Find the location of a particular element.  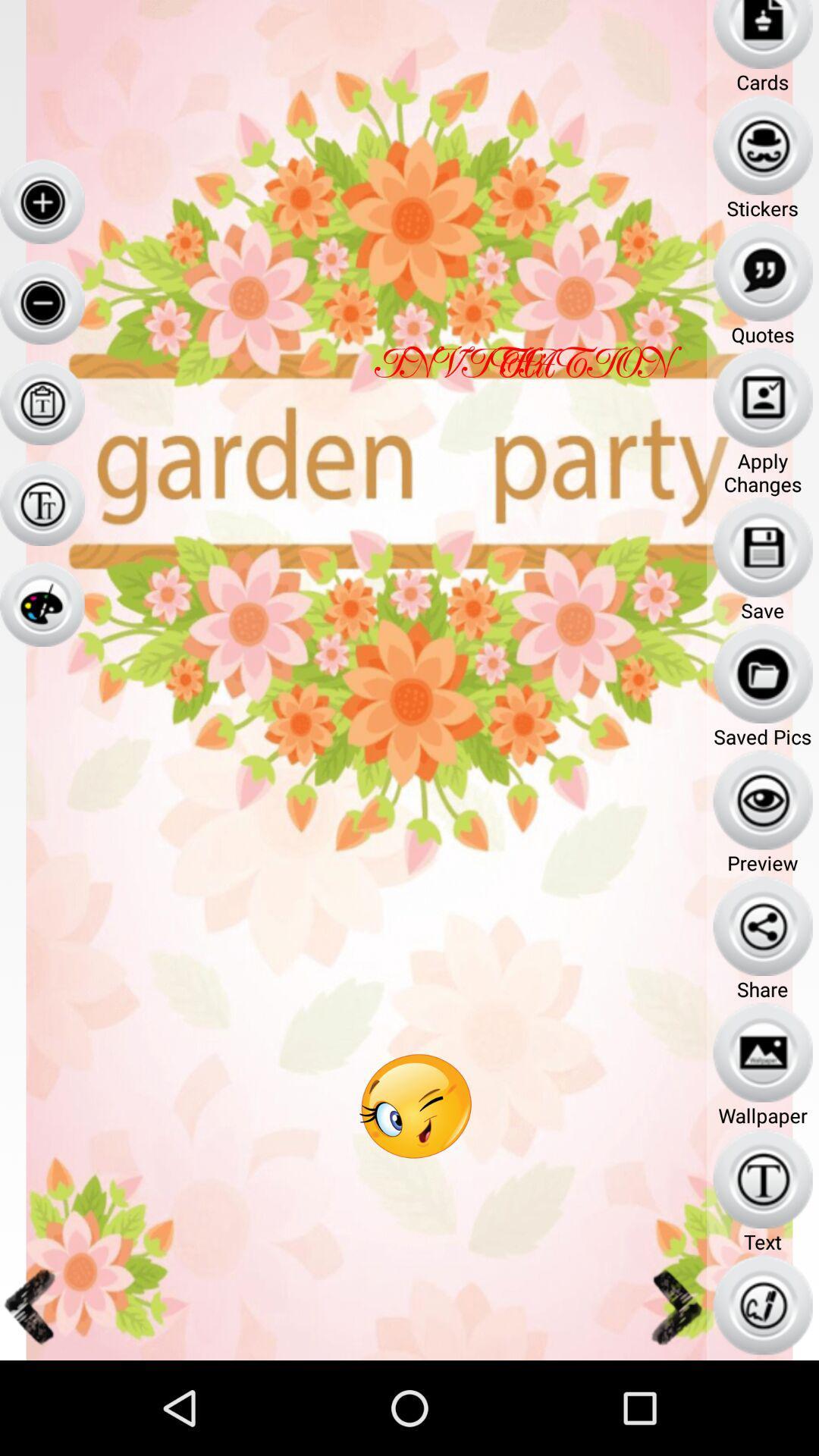

the info icon is located at coordinates (41, 538).